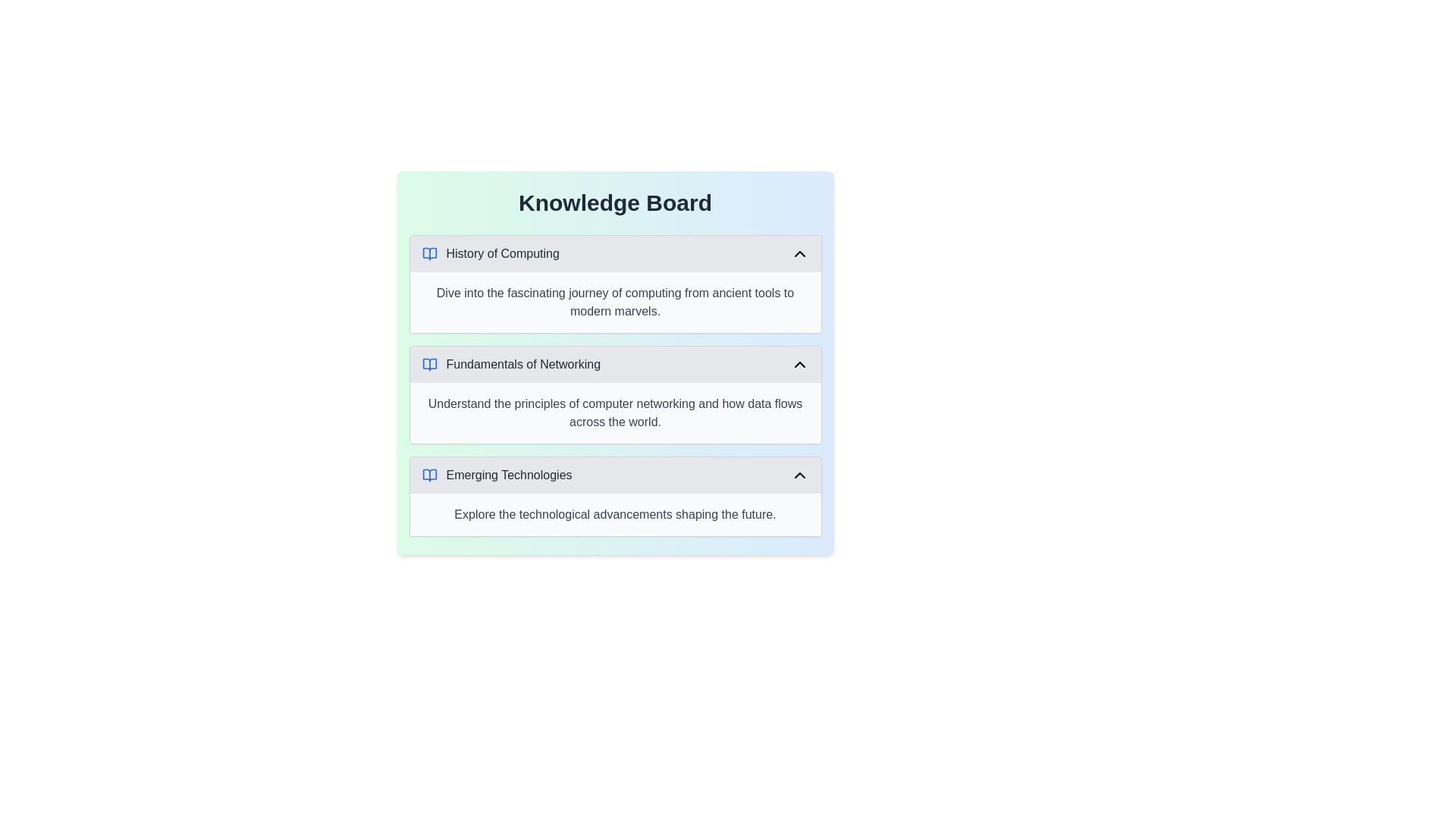  I want to click on the label displaying 'Fundamentals of Networking' which is styled in dark gray and positioned within the second card of a three-card vertical list, so click(511, 365).